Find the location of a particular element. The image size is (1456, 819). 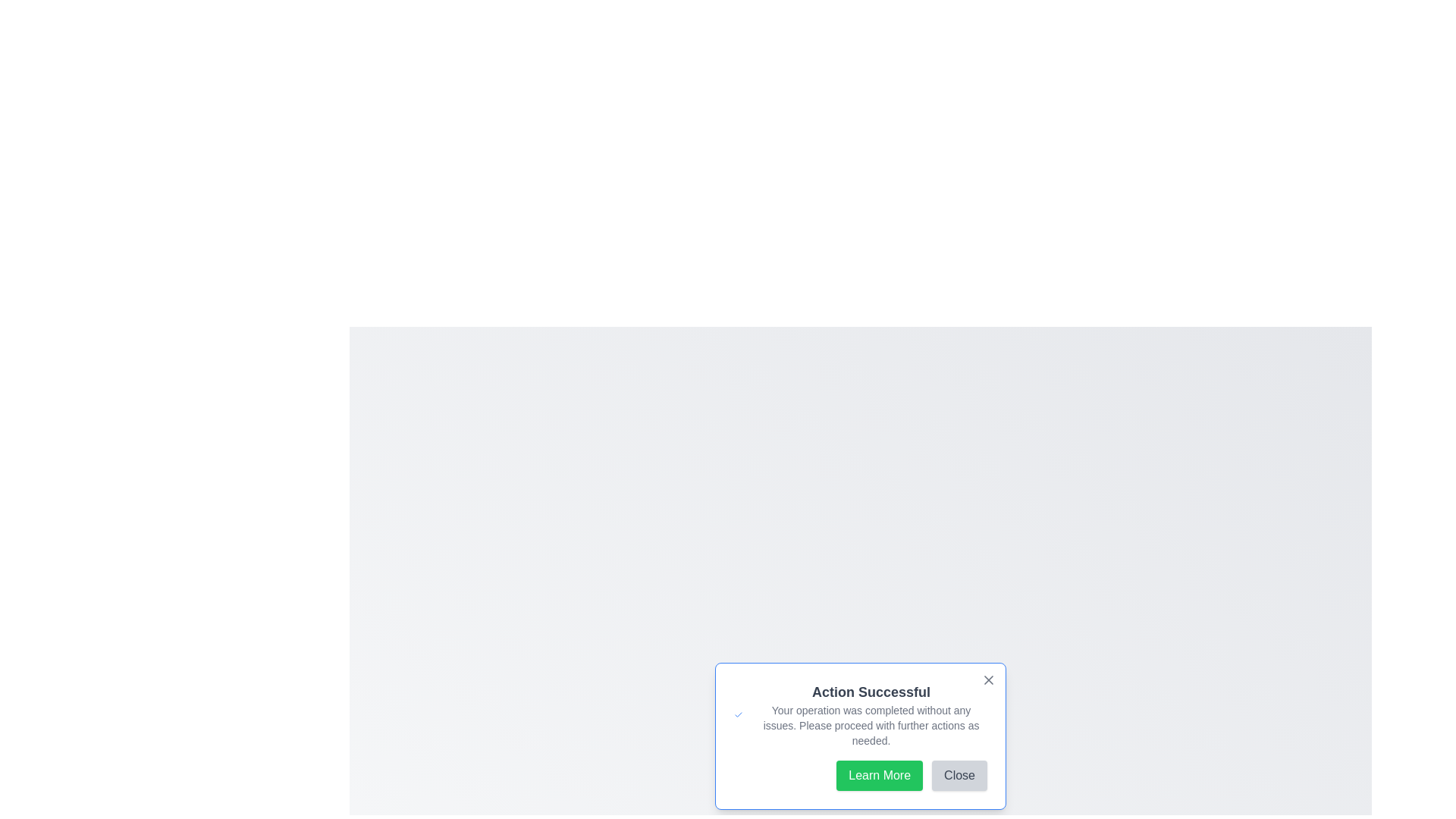

the 'Learn More' button to trigger the action is located at coordinates (880, 775).